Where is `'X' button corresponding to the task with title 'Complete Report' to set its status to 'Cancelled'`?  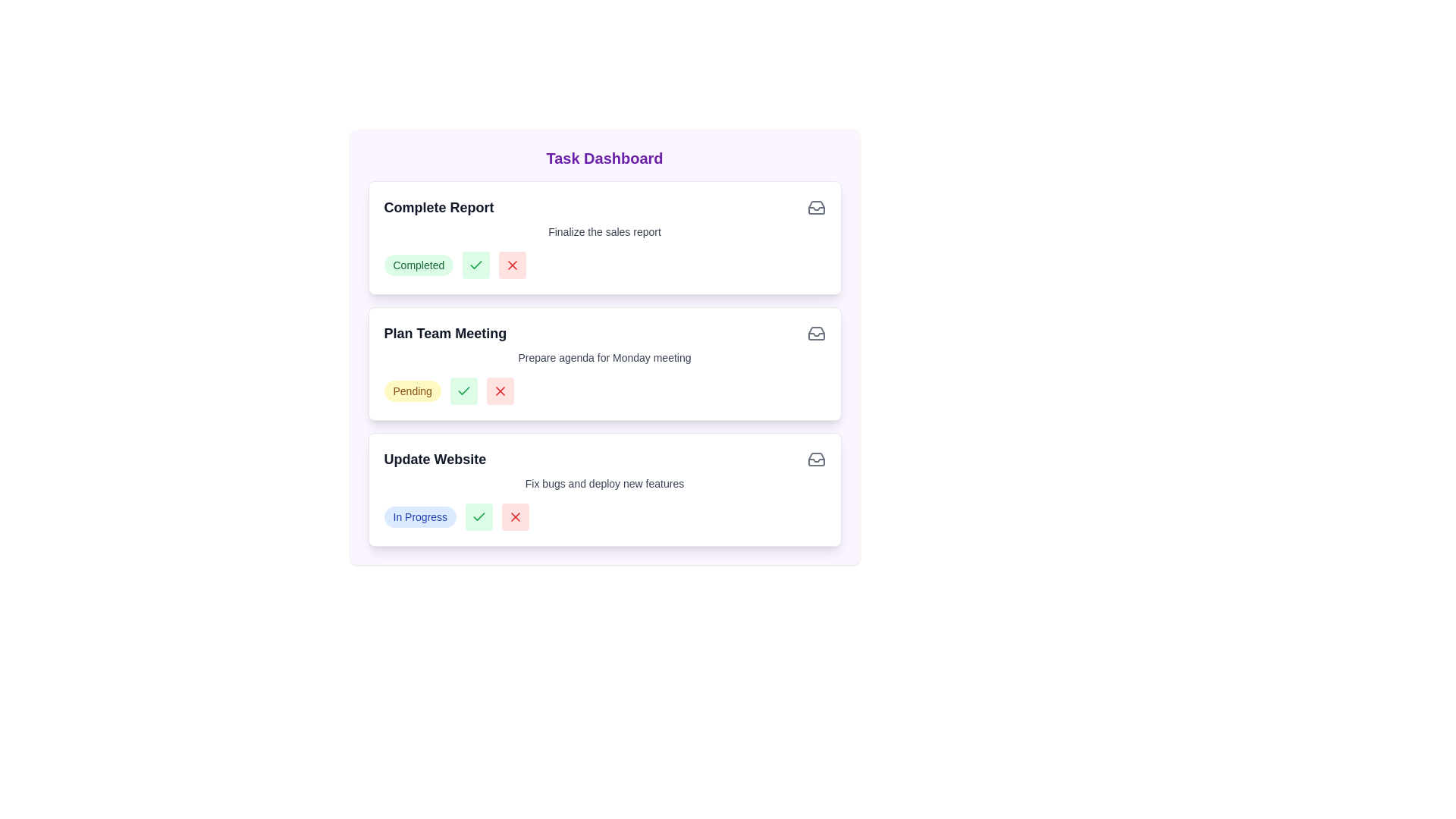 'X' button corresponding to the task with title 'Complete Report' to set its status to 'Cancelled' is located at coordinates (513, 265).